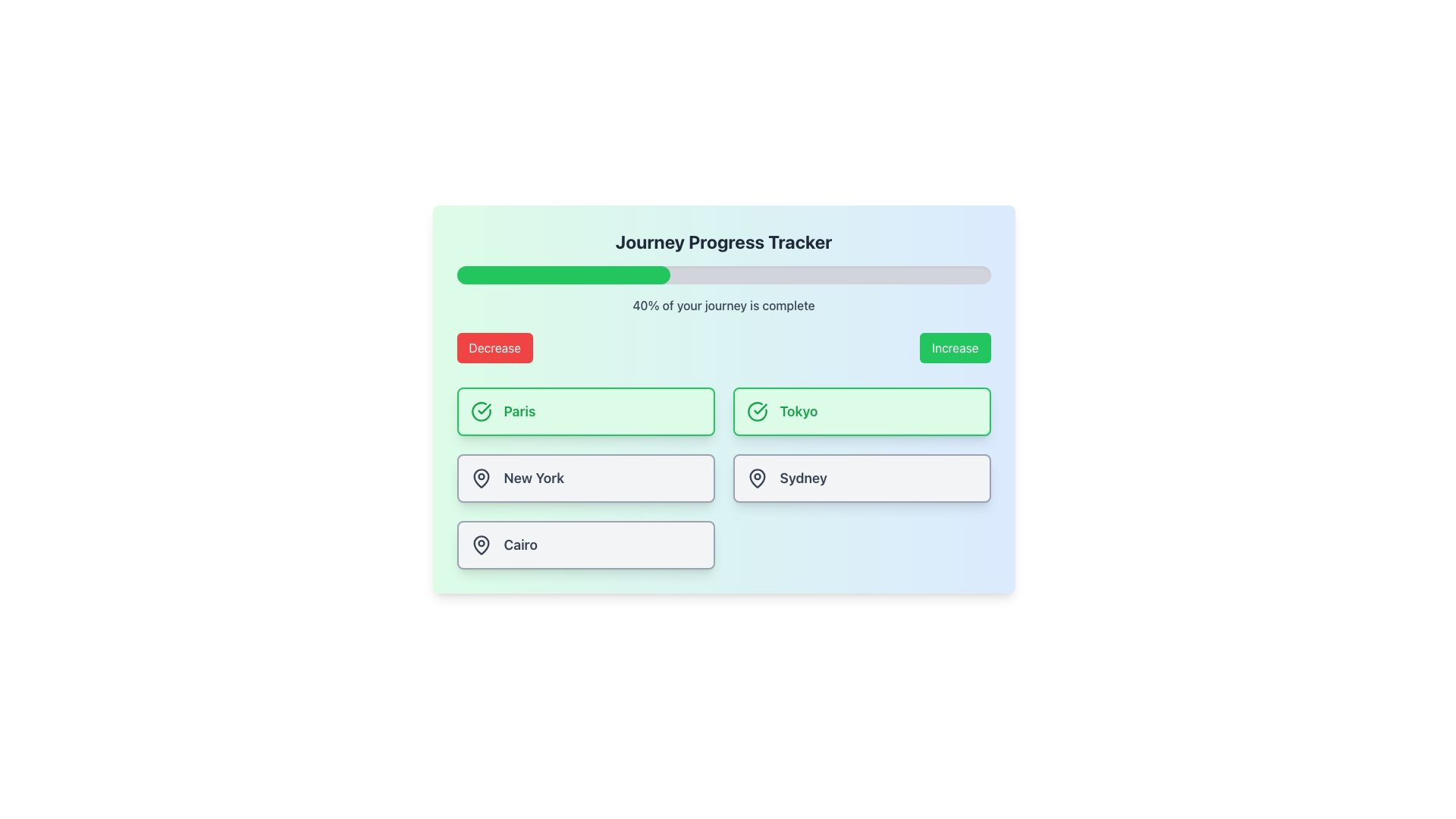 This screenshot has height=819, width=1456. I want to click on the geographic location marker icon associated with the 'New York' label, which is positioned in the second row of the layout, to the left of 'Sydney' and below 'Paris', so click(480, 479).